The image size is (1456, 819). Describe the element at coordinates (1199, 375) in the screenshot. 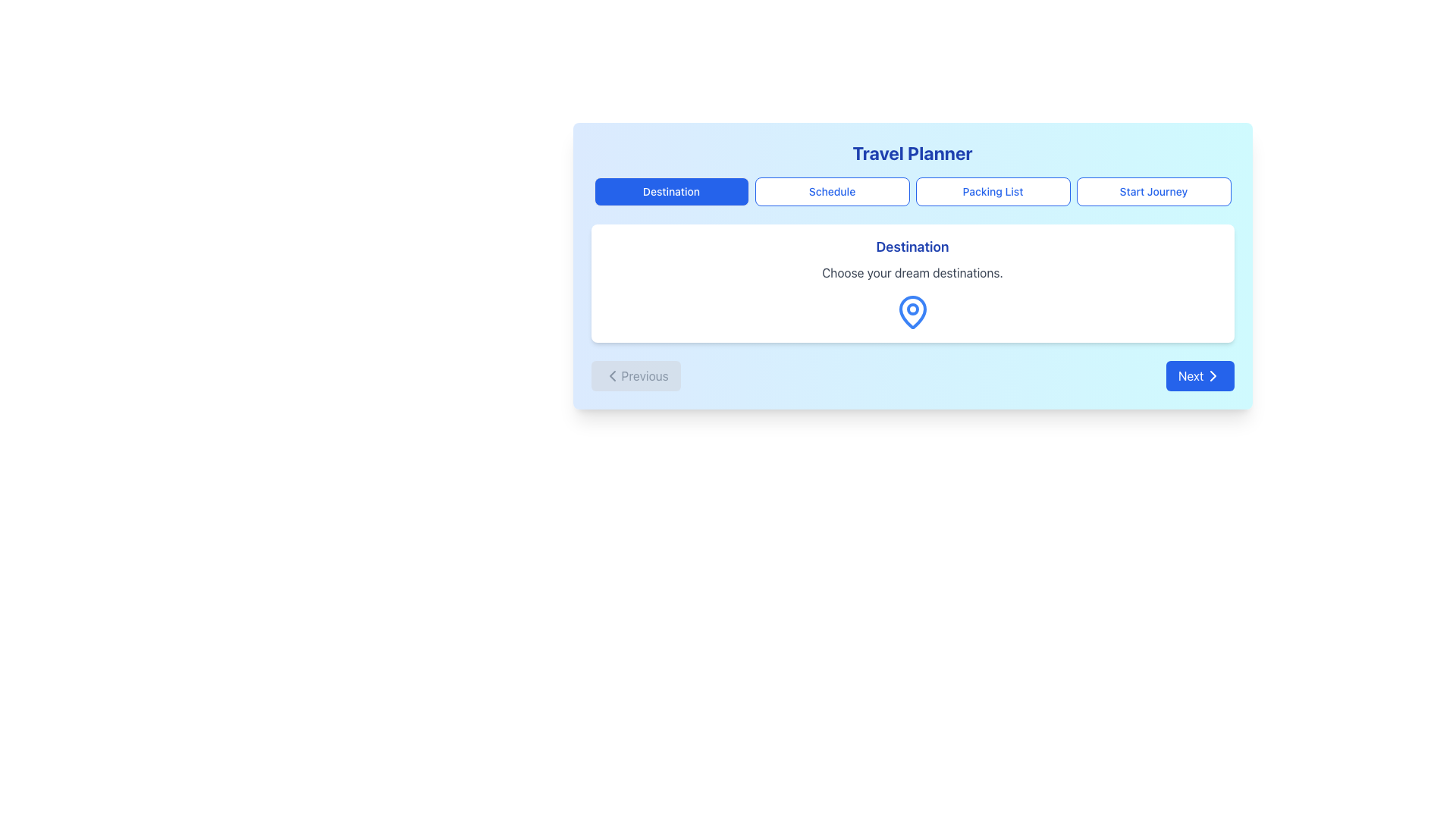

I see `the 'Next' button located at the bottom-right corner of the card interface to proceed` at that location.